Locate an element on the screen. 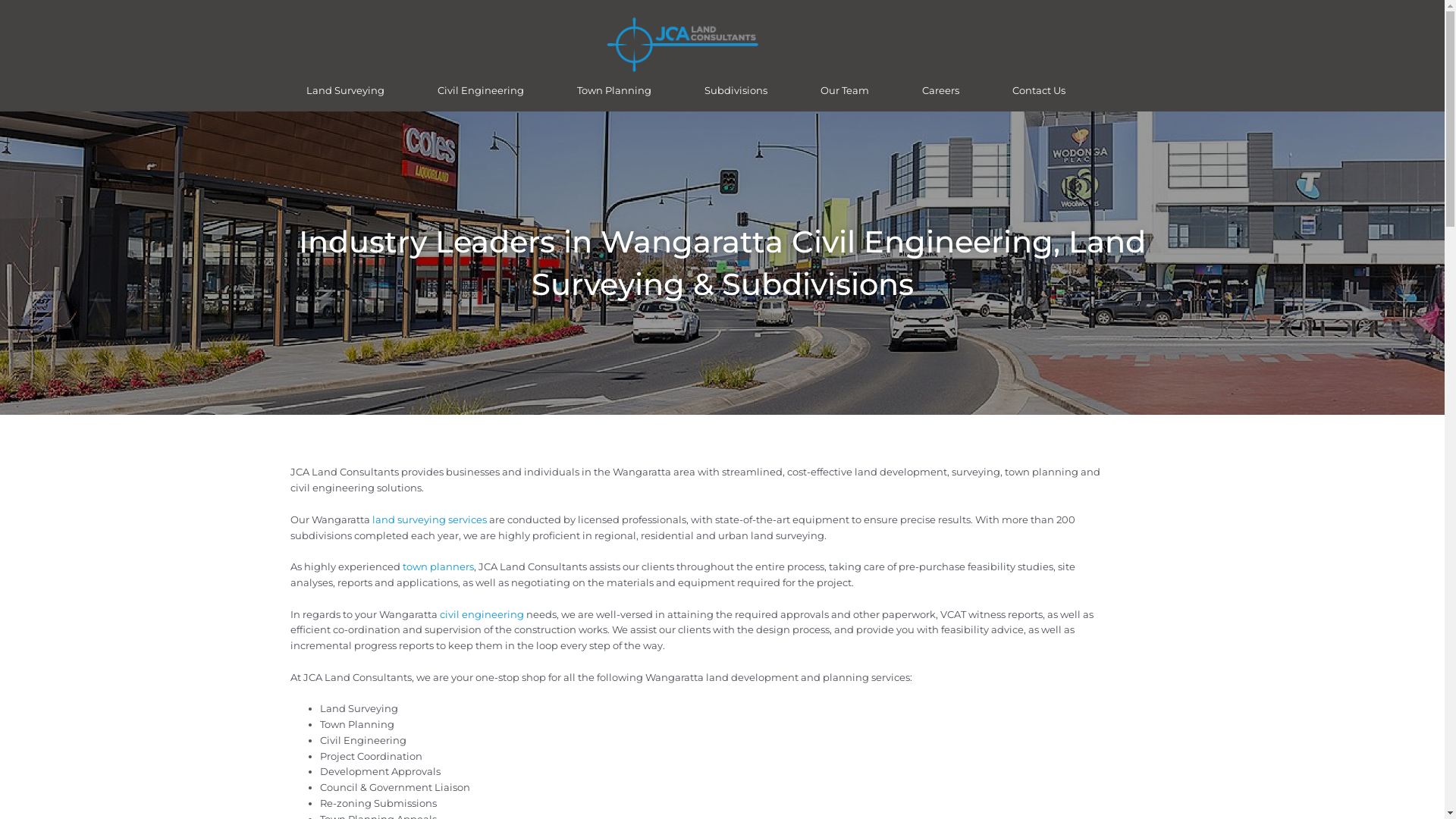 The image size is (1456, 819). 'Careers' is located at coordinates (940, 90).